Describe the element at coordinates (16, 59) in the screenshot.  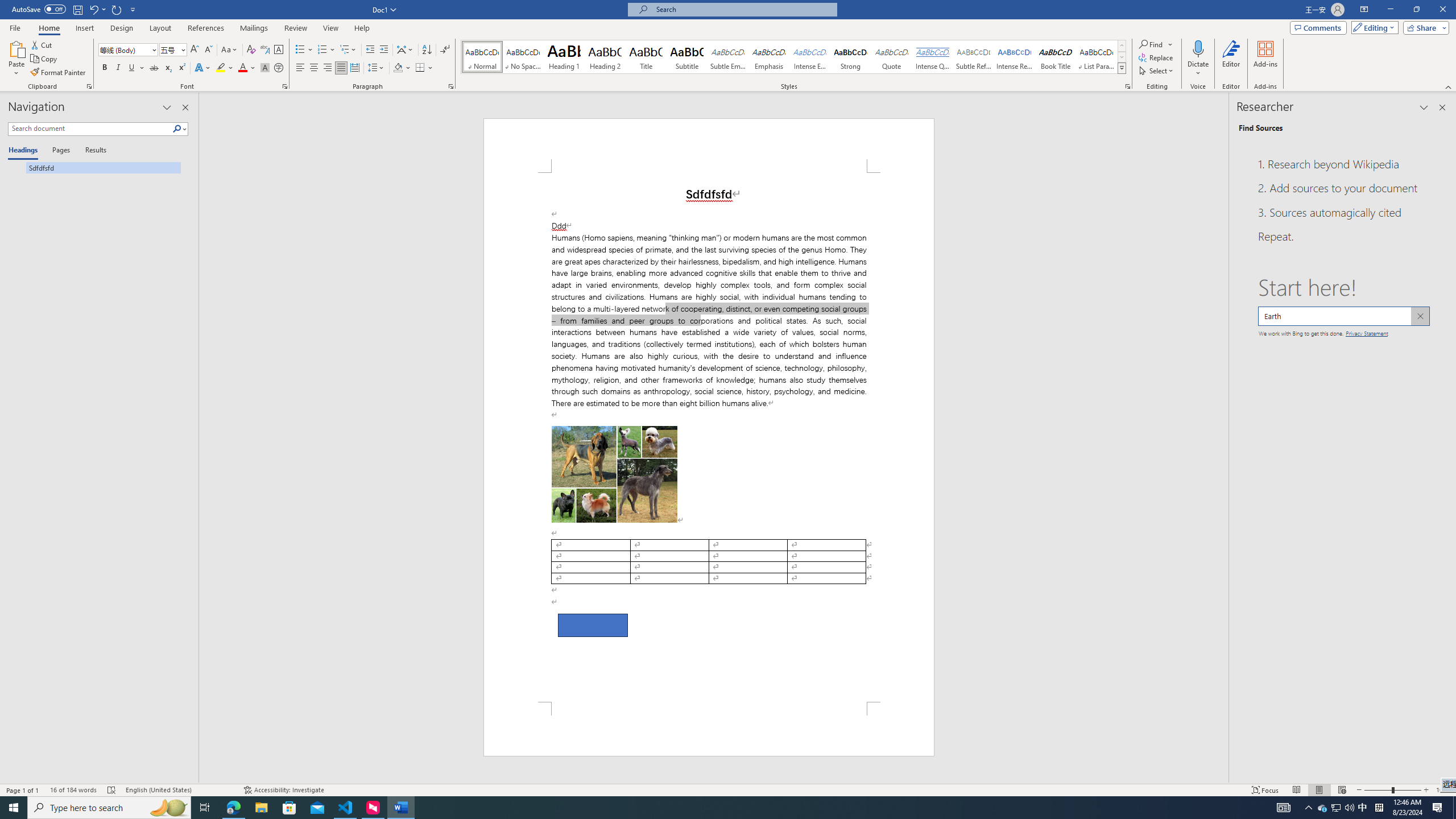
I see `'Paste'` at that location.